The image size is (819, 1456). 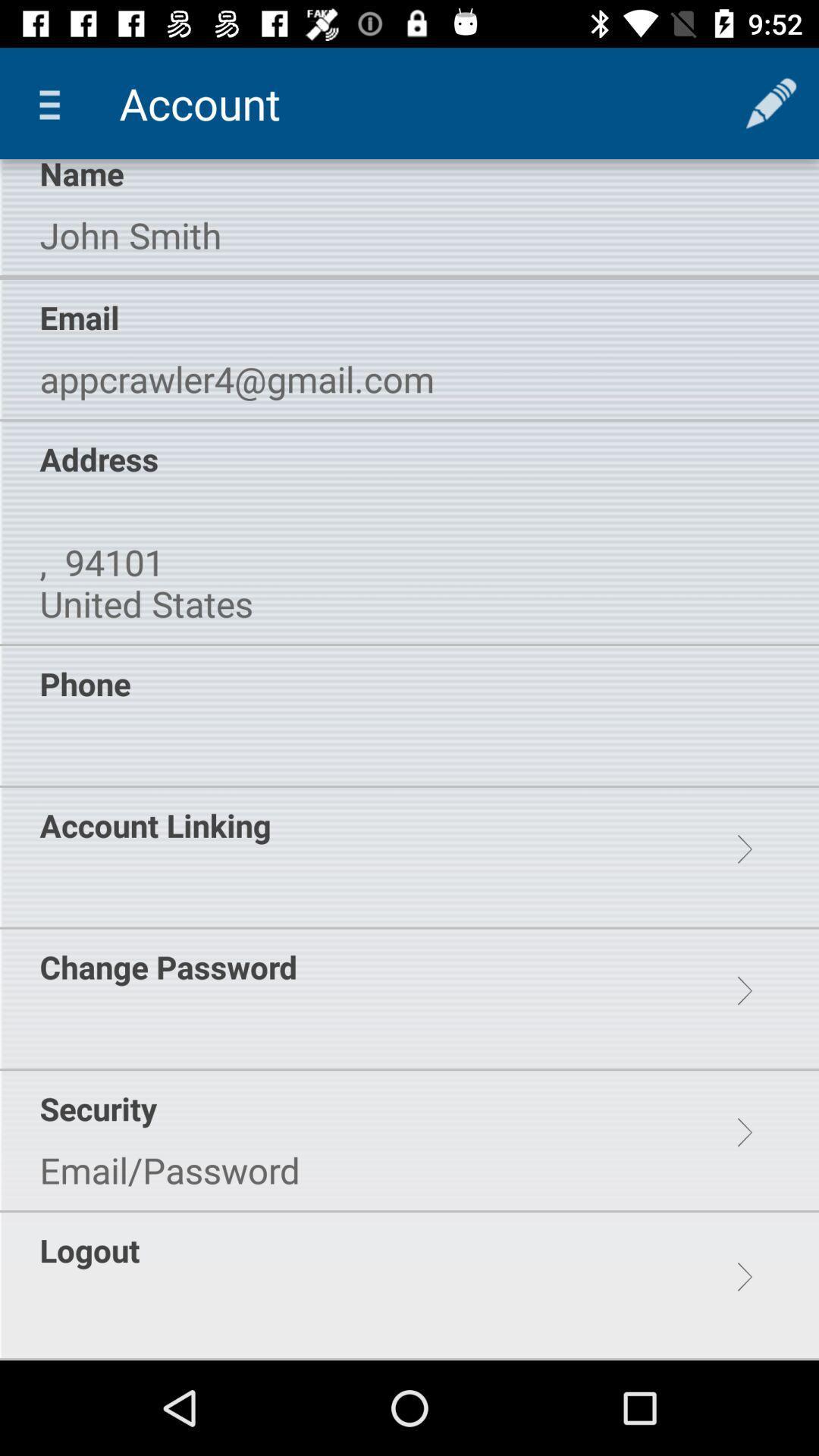 I want to click on email/password, so click(x=170, y=1169).